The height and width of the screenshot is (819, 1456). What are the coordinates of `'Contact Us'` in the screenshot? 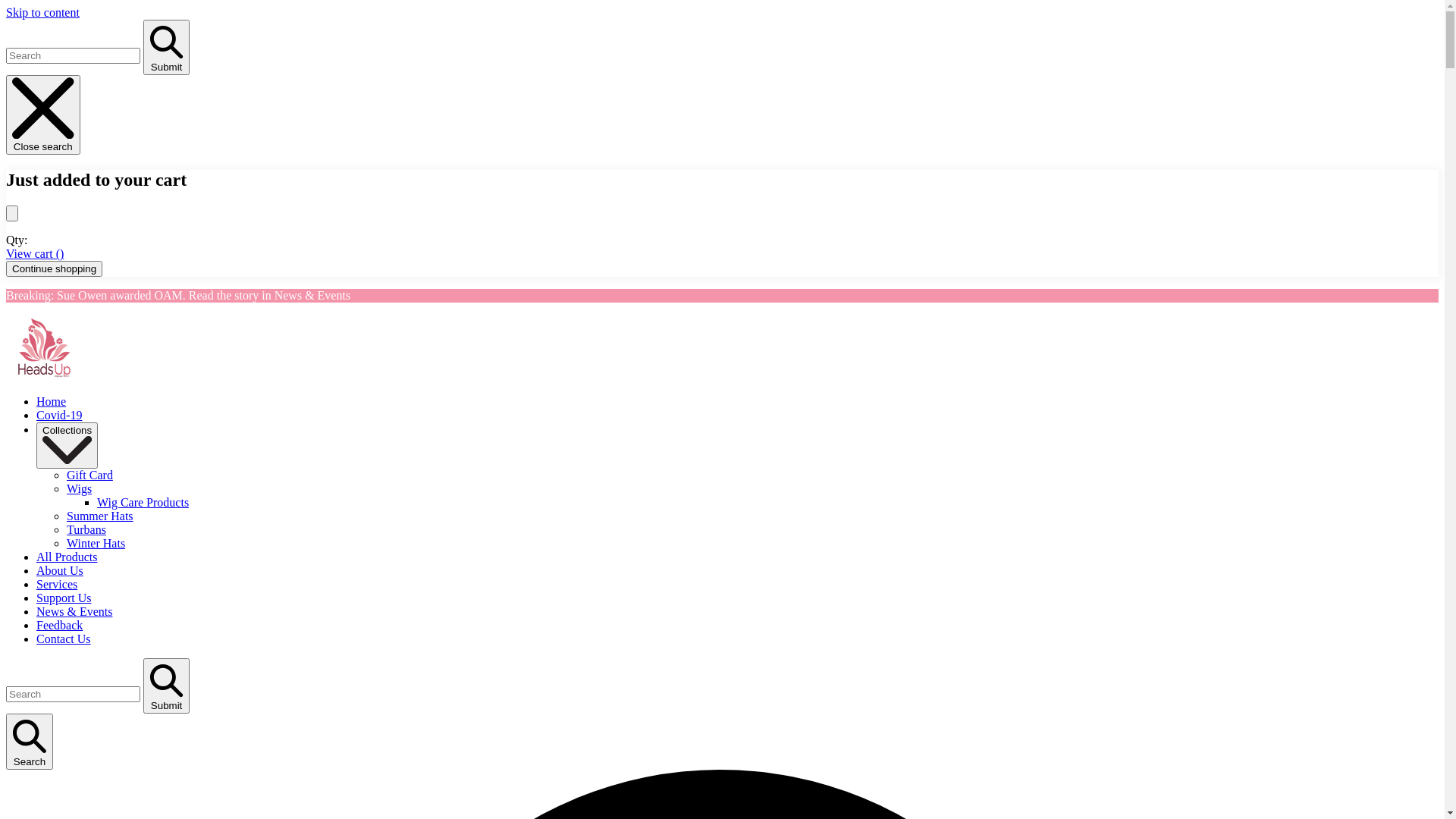 It's located at (62, 639).